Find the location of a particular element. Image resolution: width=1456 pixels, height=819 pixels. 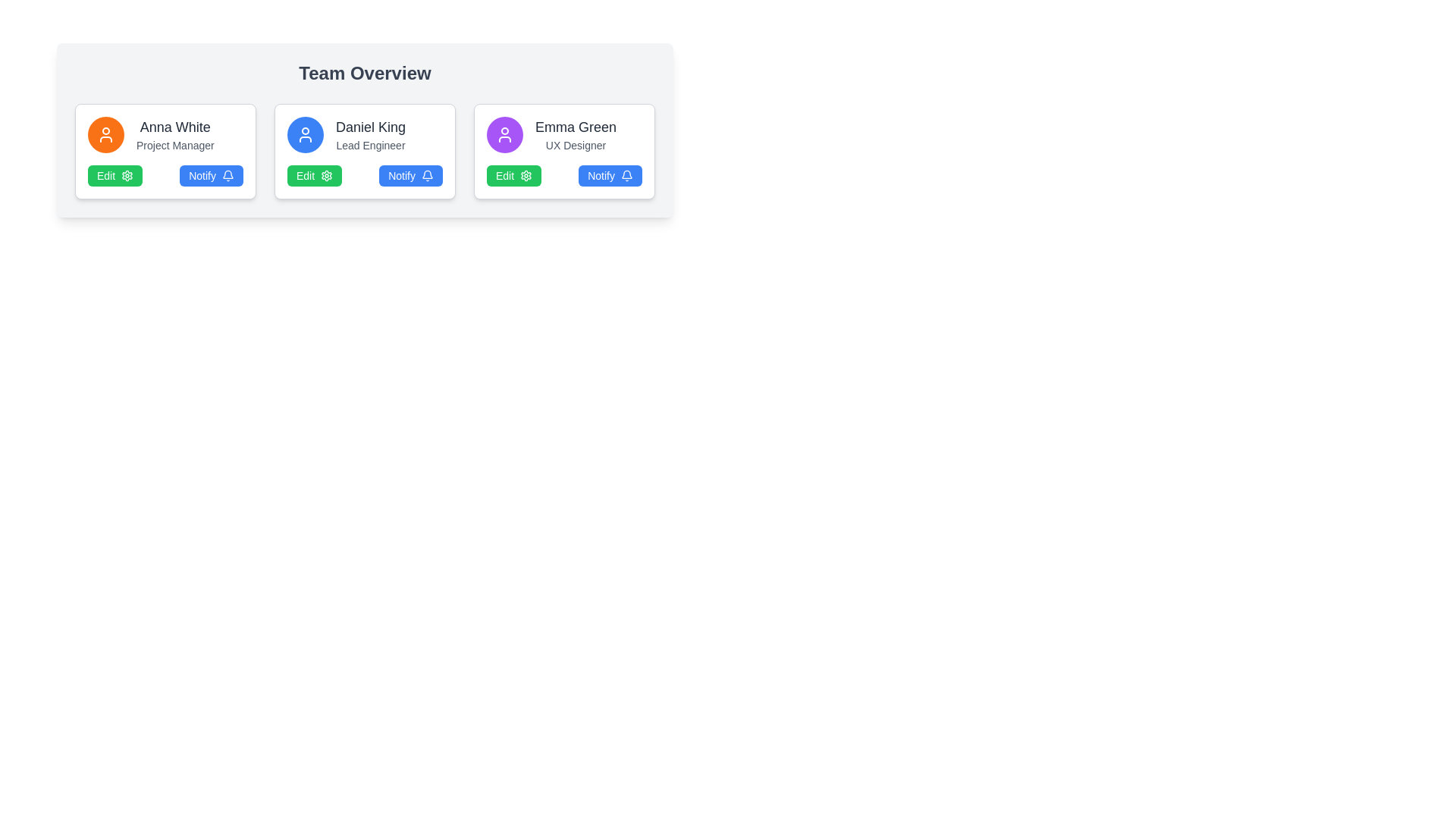

displayed name 'Emma Green' and the role 'UX Designer' from the profile section located in the third card under 'Team Overview' is located at coordinates (563, 133).